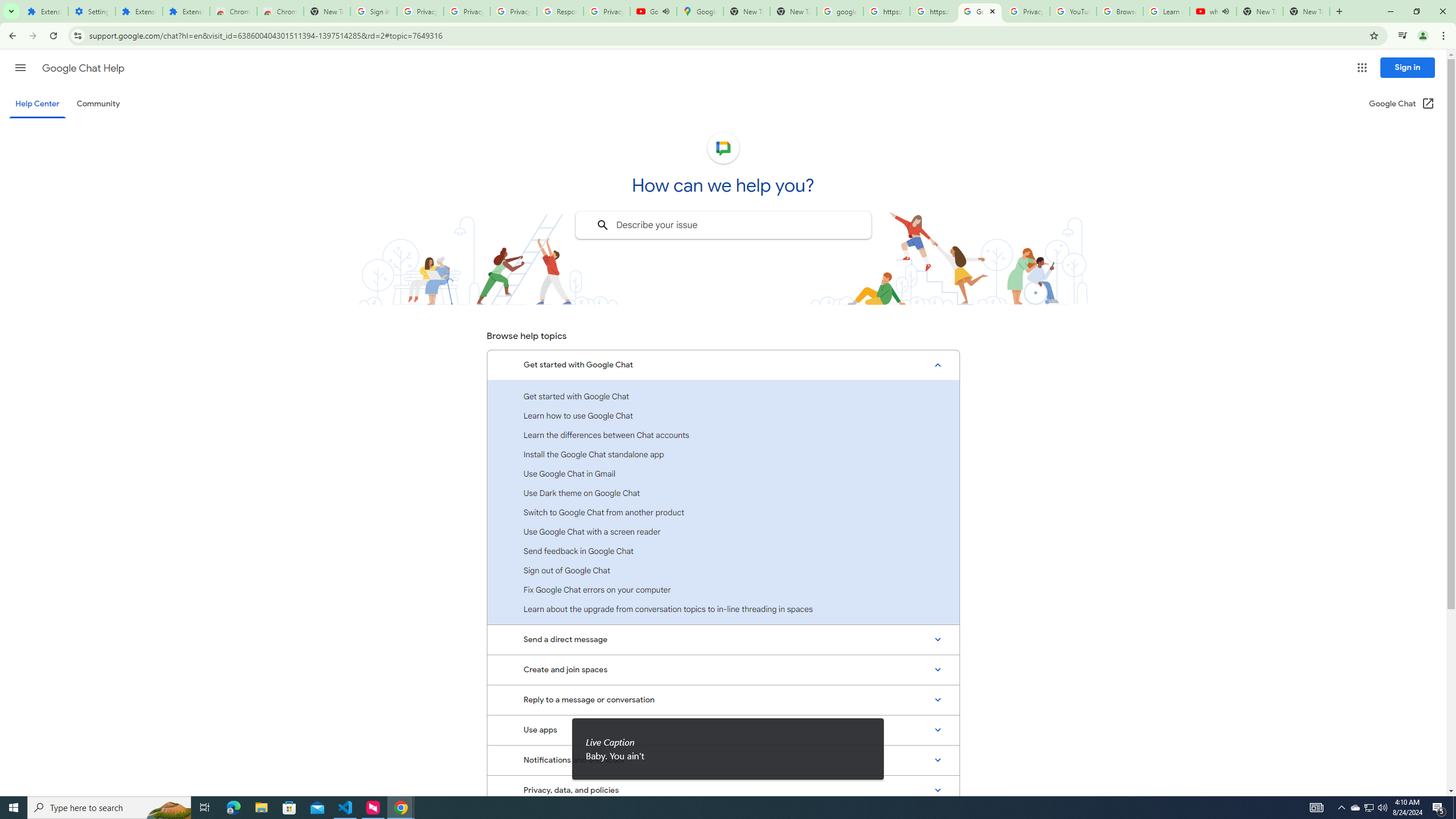 This screenshot has width=1456, height=819. I want to click on 'Google Chat Help', so click(82, 68).